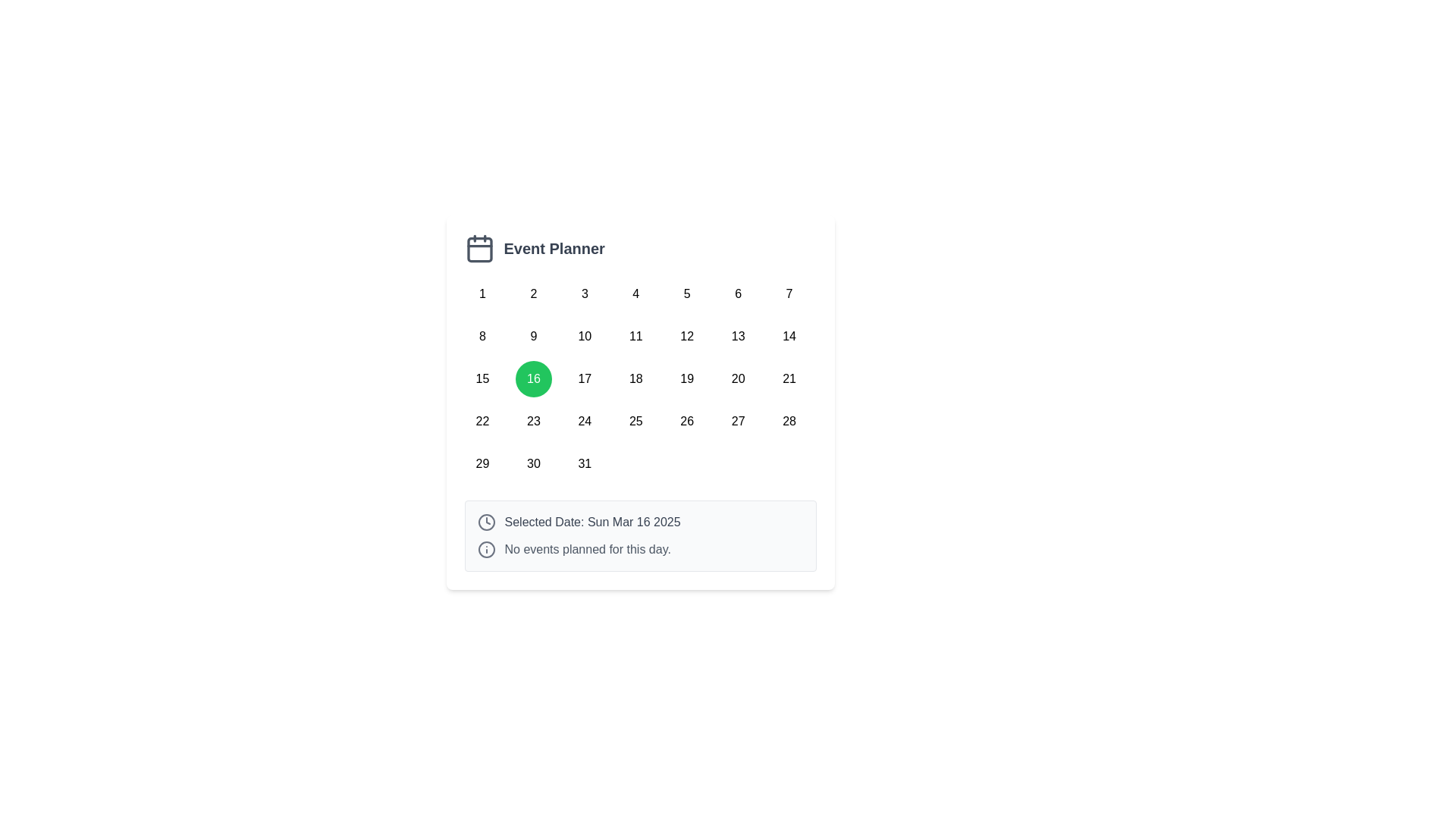 The width and height of the screenshot is (1456, 819). I want to click on the circular button labeled '21', so click(789, 378).